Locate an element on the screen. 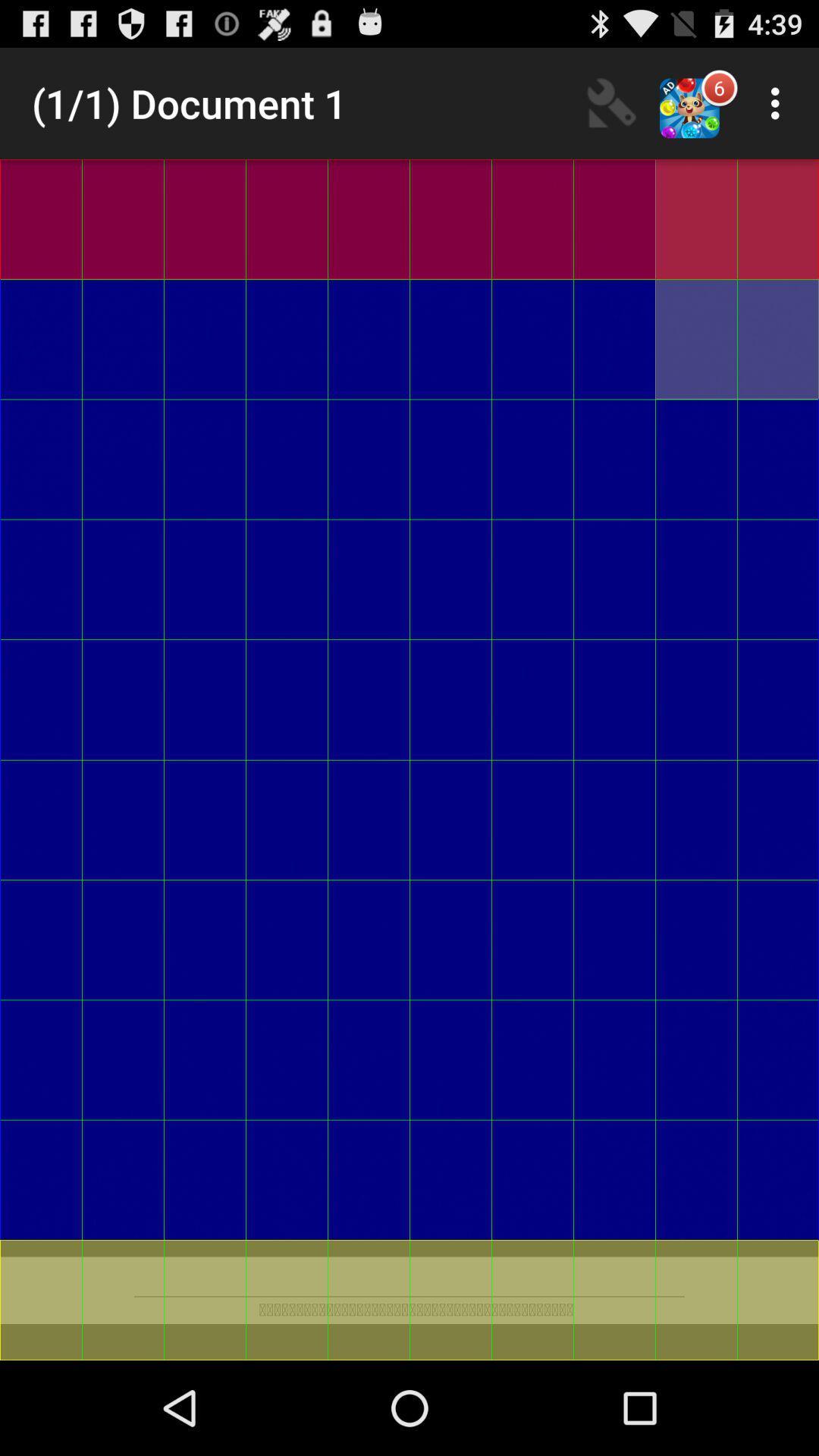  the app to the right of the 6 app is located at coordinates (779, 102).